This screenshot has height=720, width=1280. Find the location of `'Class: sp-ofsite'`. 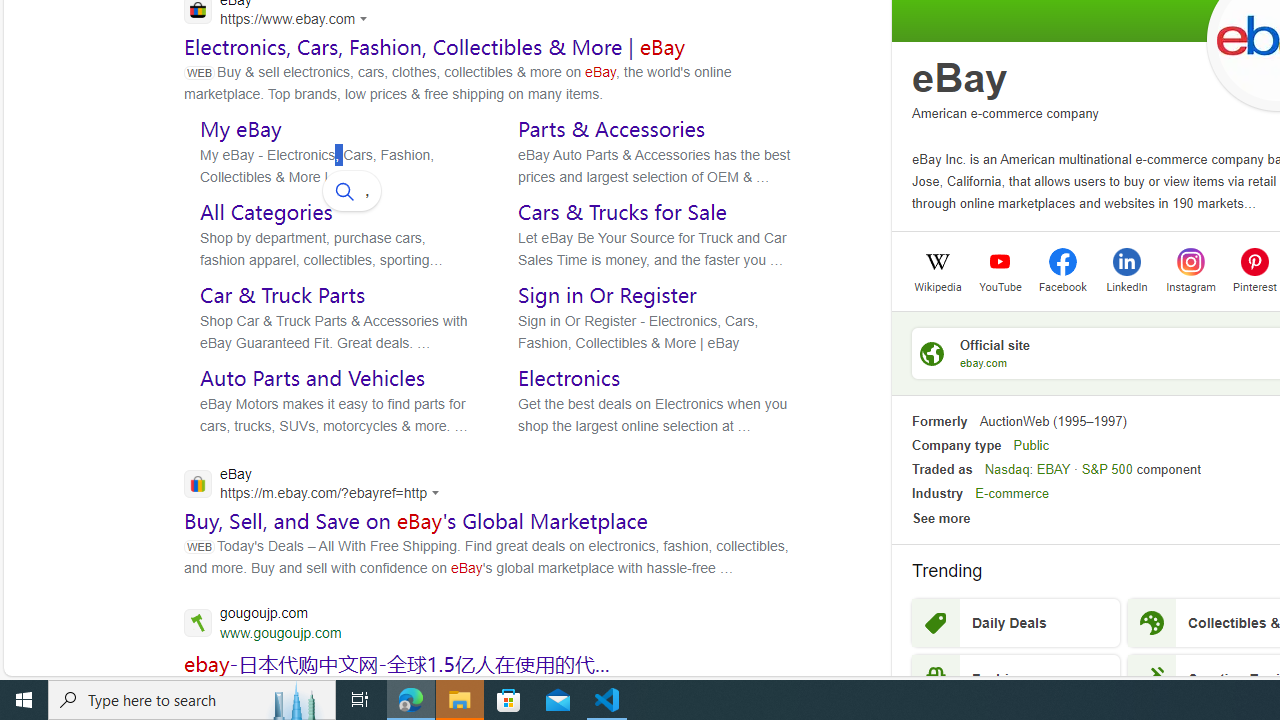

'Class: sp-ofsite' is located at coordinates (931, 352).